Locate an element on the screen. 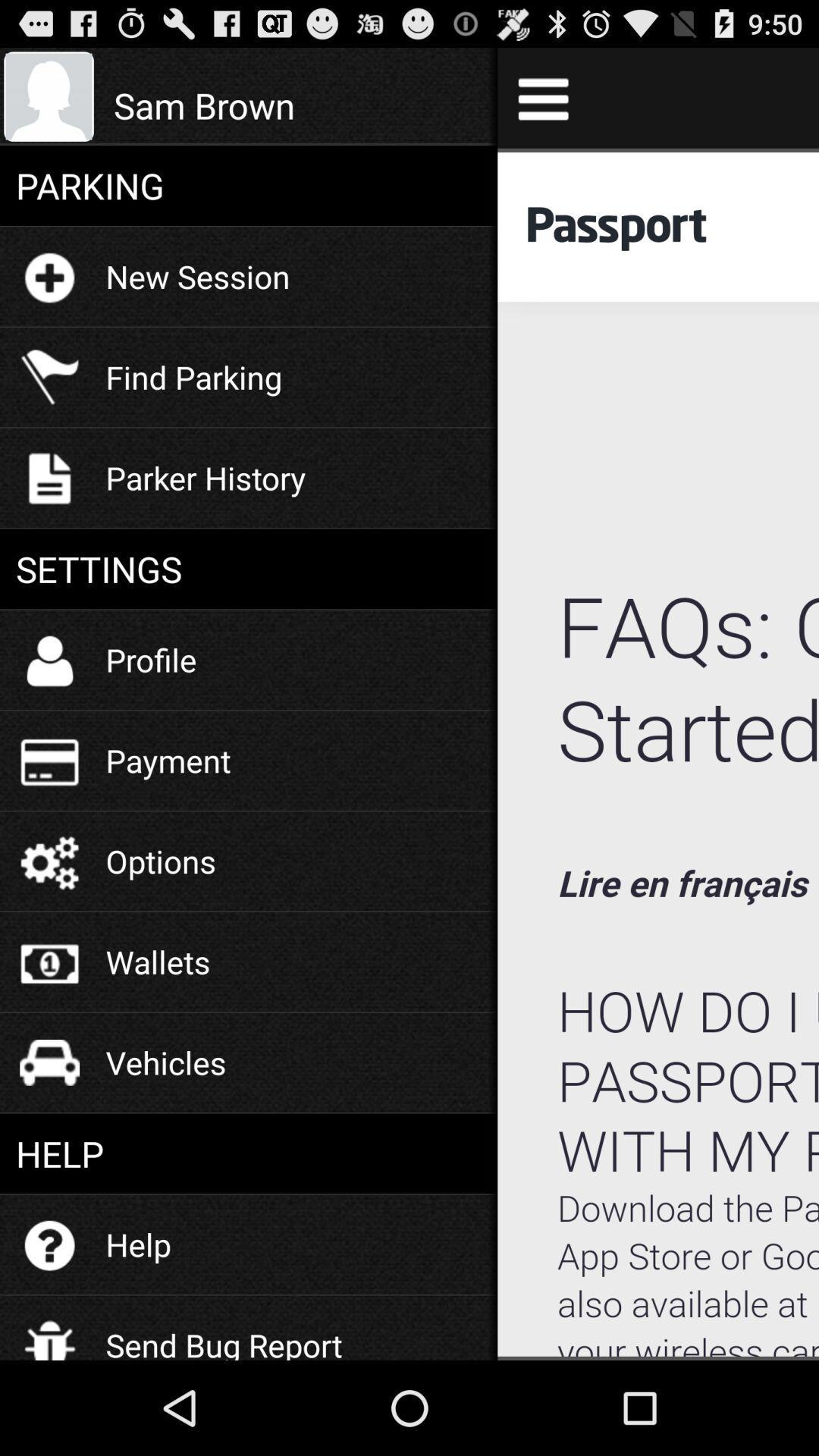  the icon below the wallets is located at coordinates (166, 1062).